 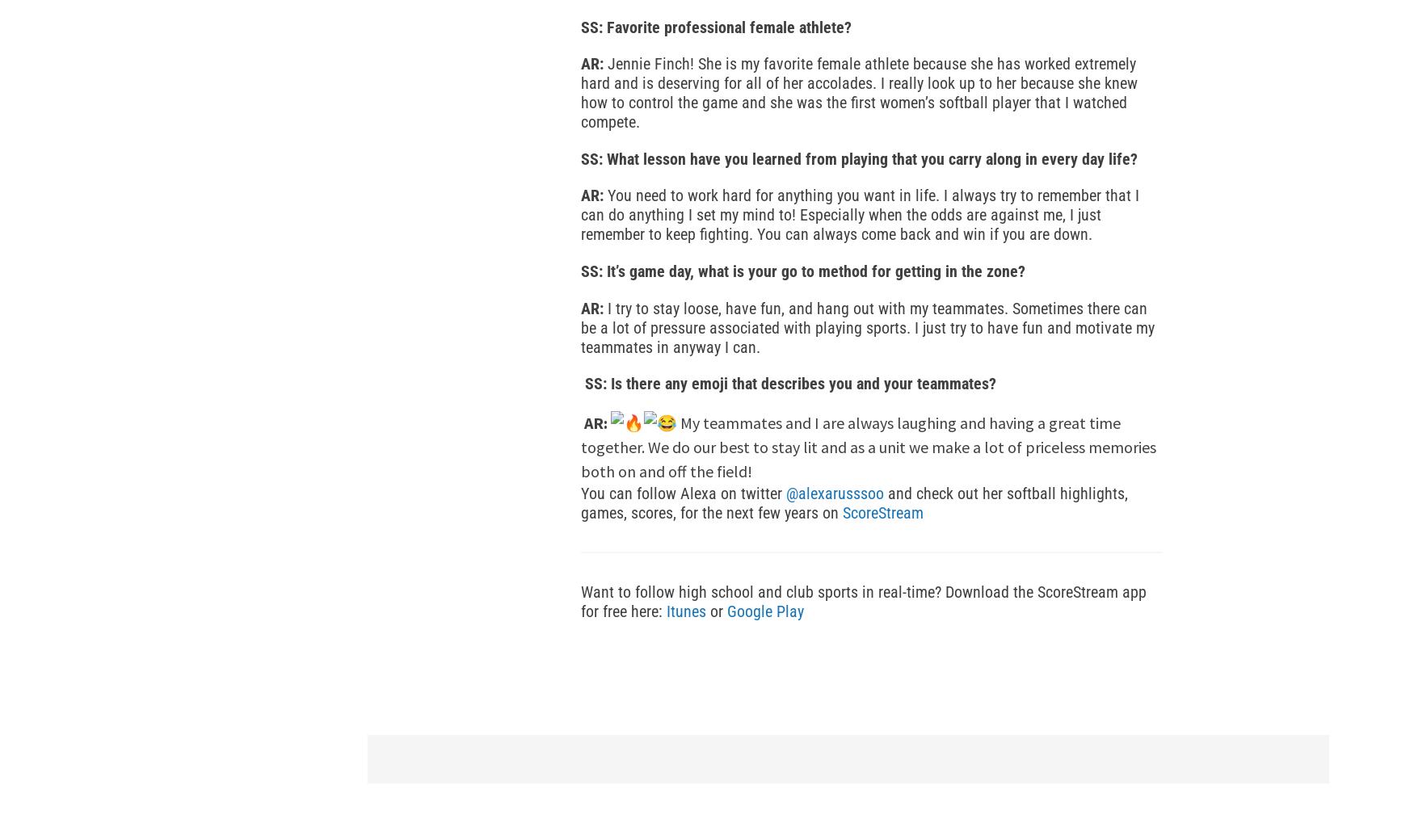 What do you see at coordinates (858, 92) in the screenshot?
I see `'Jennie Finch! She is my favorite female athlete because she has worked extremely hard and is deserving for all of her accolades. I really look up to her because she knew how to control the game and she was the first women’s softball player that I watched compete.'` at bounding box center [858, 92].